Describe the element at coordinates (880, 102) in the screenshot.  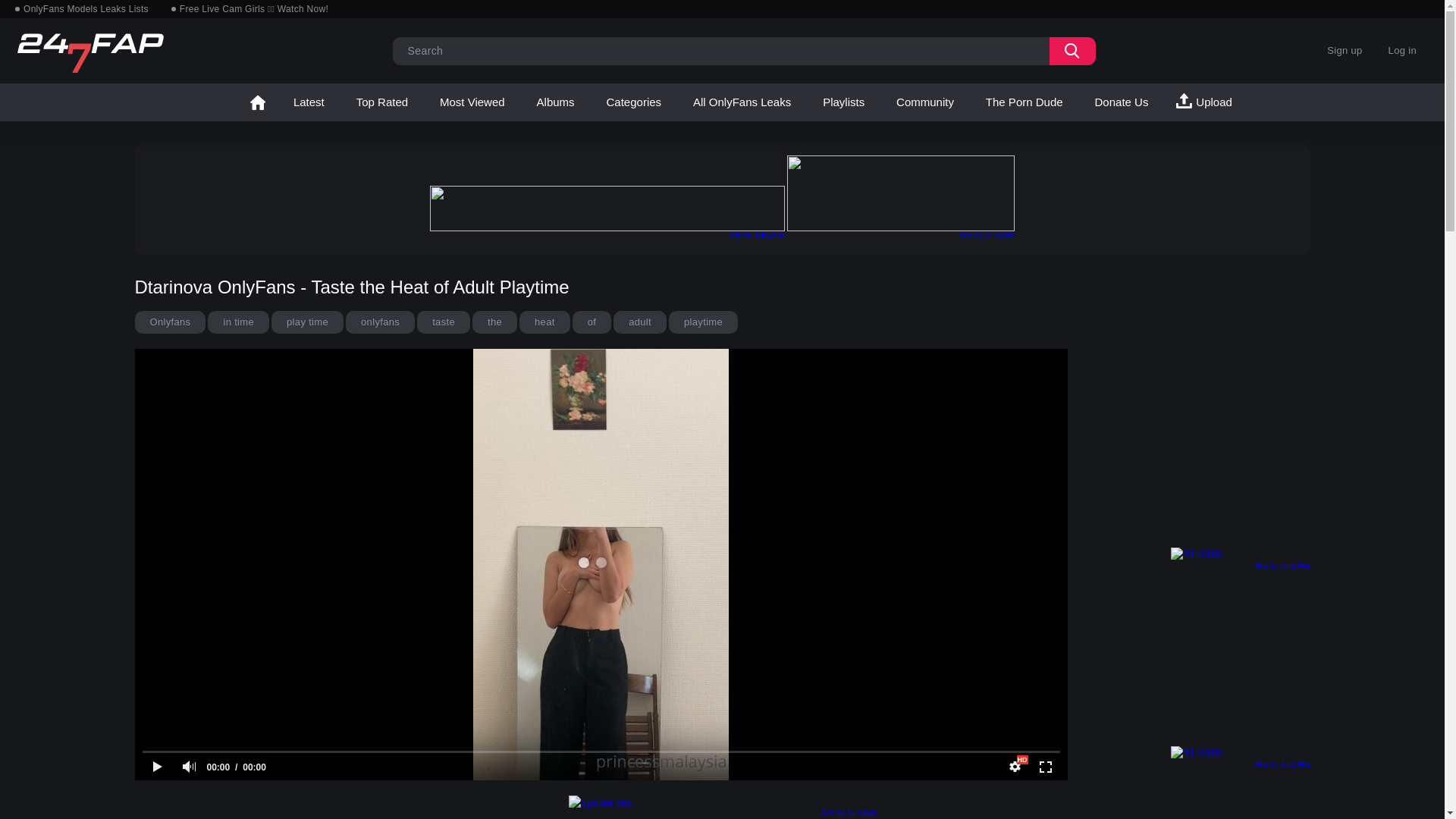
I see `'Community'` at that location.